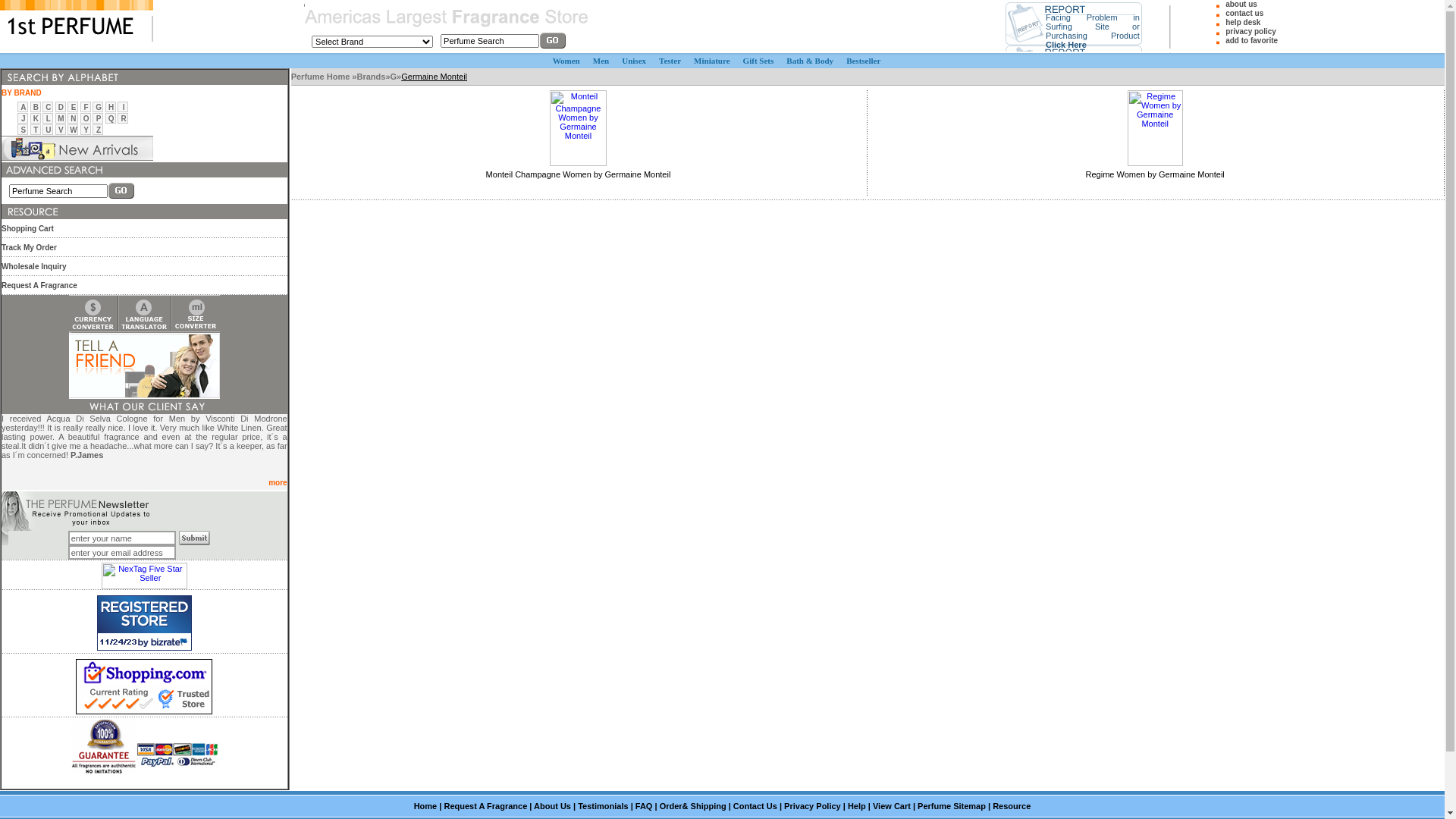 The width and height of the screenshot is (1456, 819). Describe the element at coordinates (809, 60) in the screenshot. I see `'Bath & Body'` at that location.